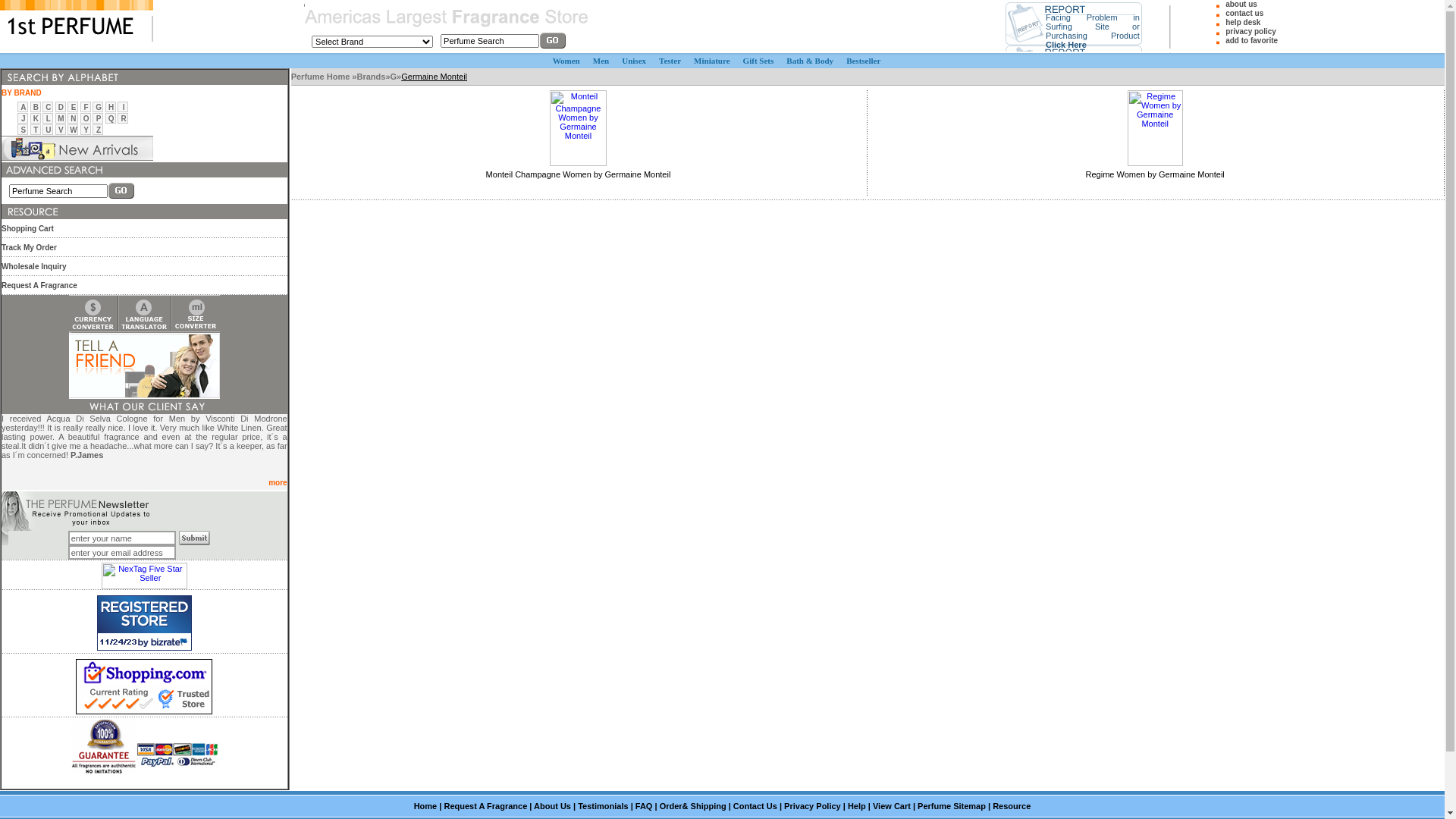 The width and height of the screenshot is (1456, 819). Describe the element at coordinates (809, 60) in the screenshot. I see `'Bath & Body'` at that location.